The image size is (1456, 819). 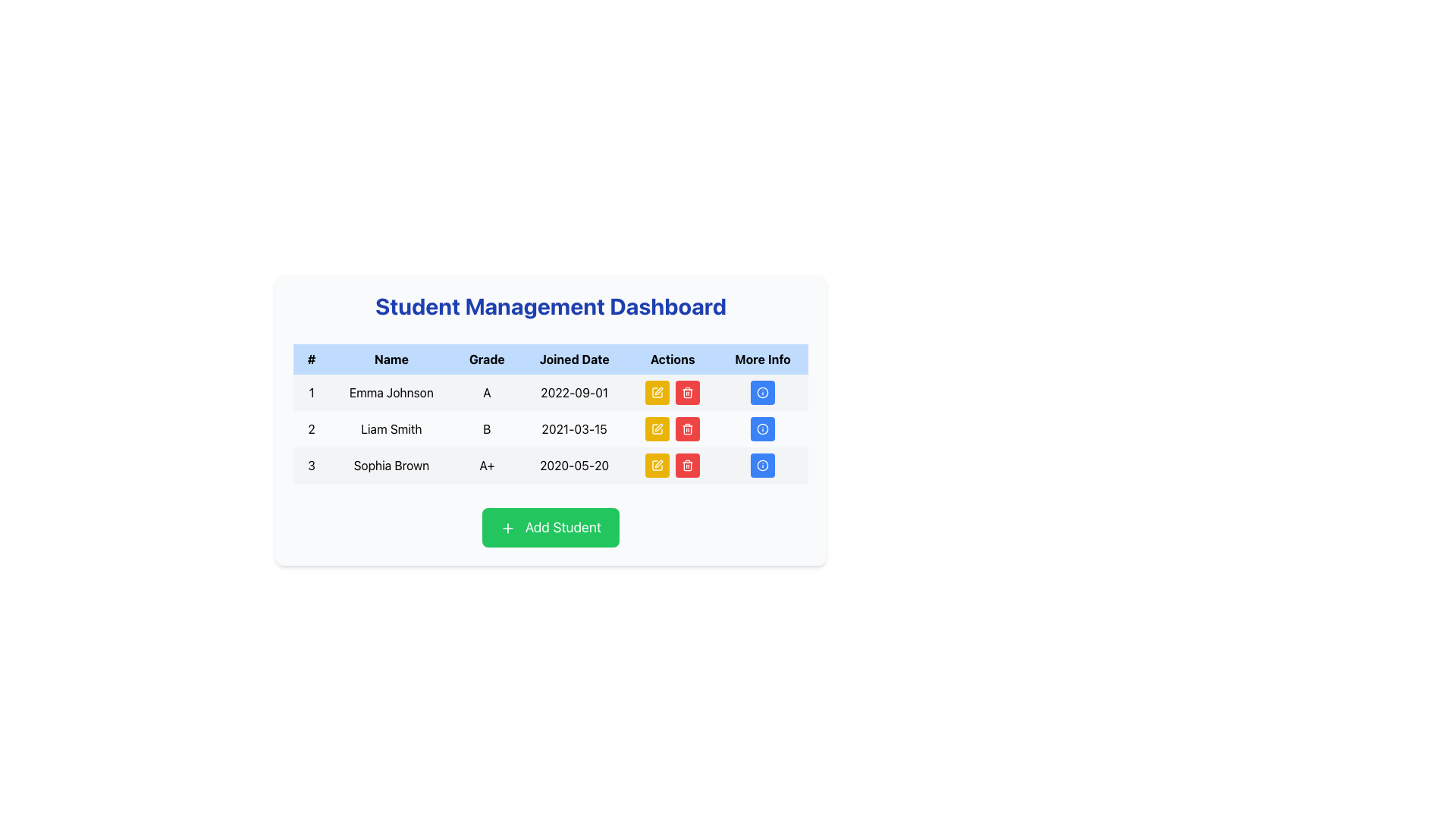 I want to click on the Information Icon Button located in the 'More Info' column of the second row, so click(x=763, y=429).